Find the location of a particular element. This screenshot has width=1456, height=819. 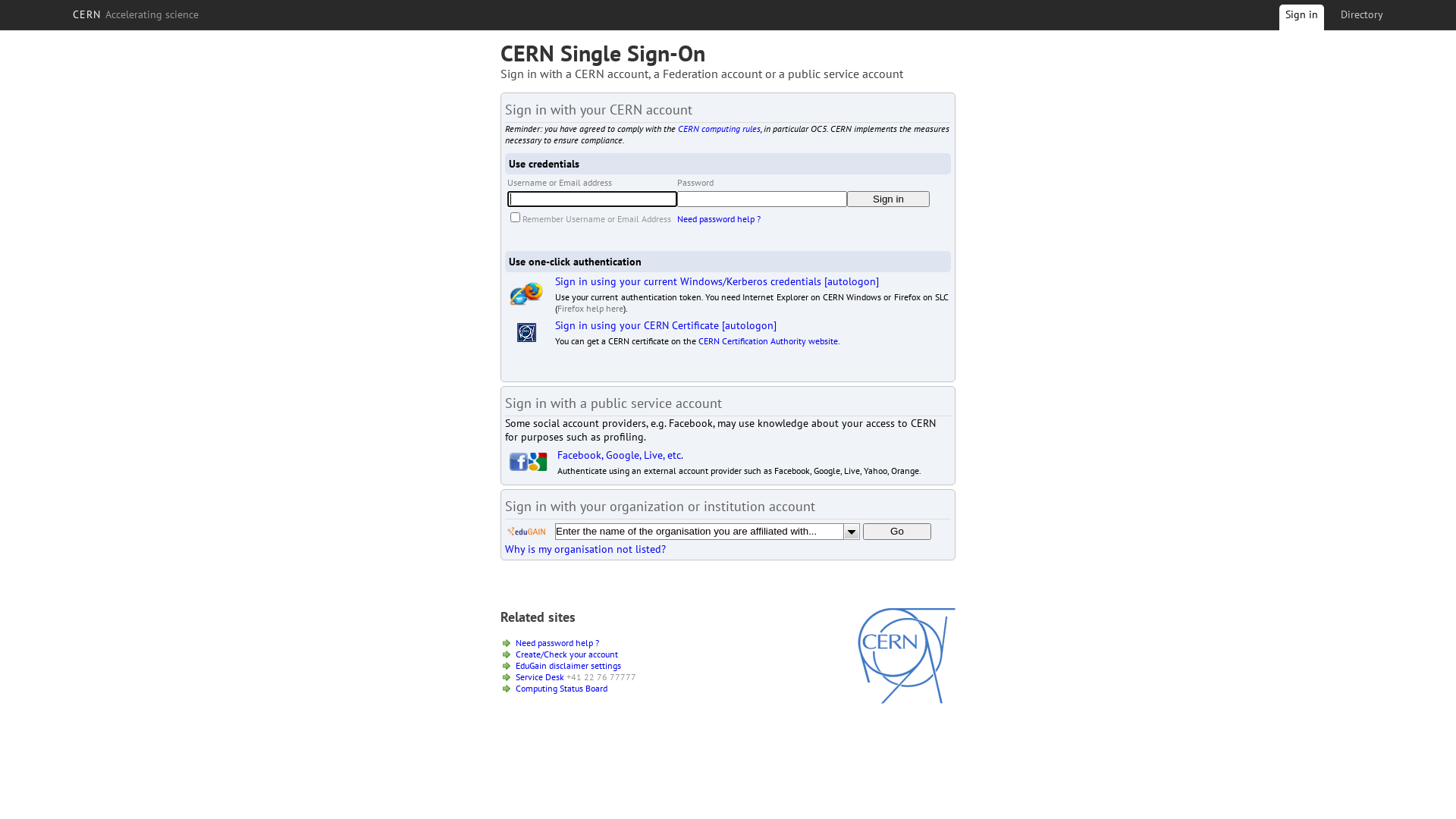

'Sign in' is located at coordinates (1301, 20).